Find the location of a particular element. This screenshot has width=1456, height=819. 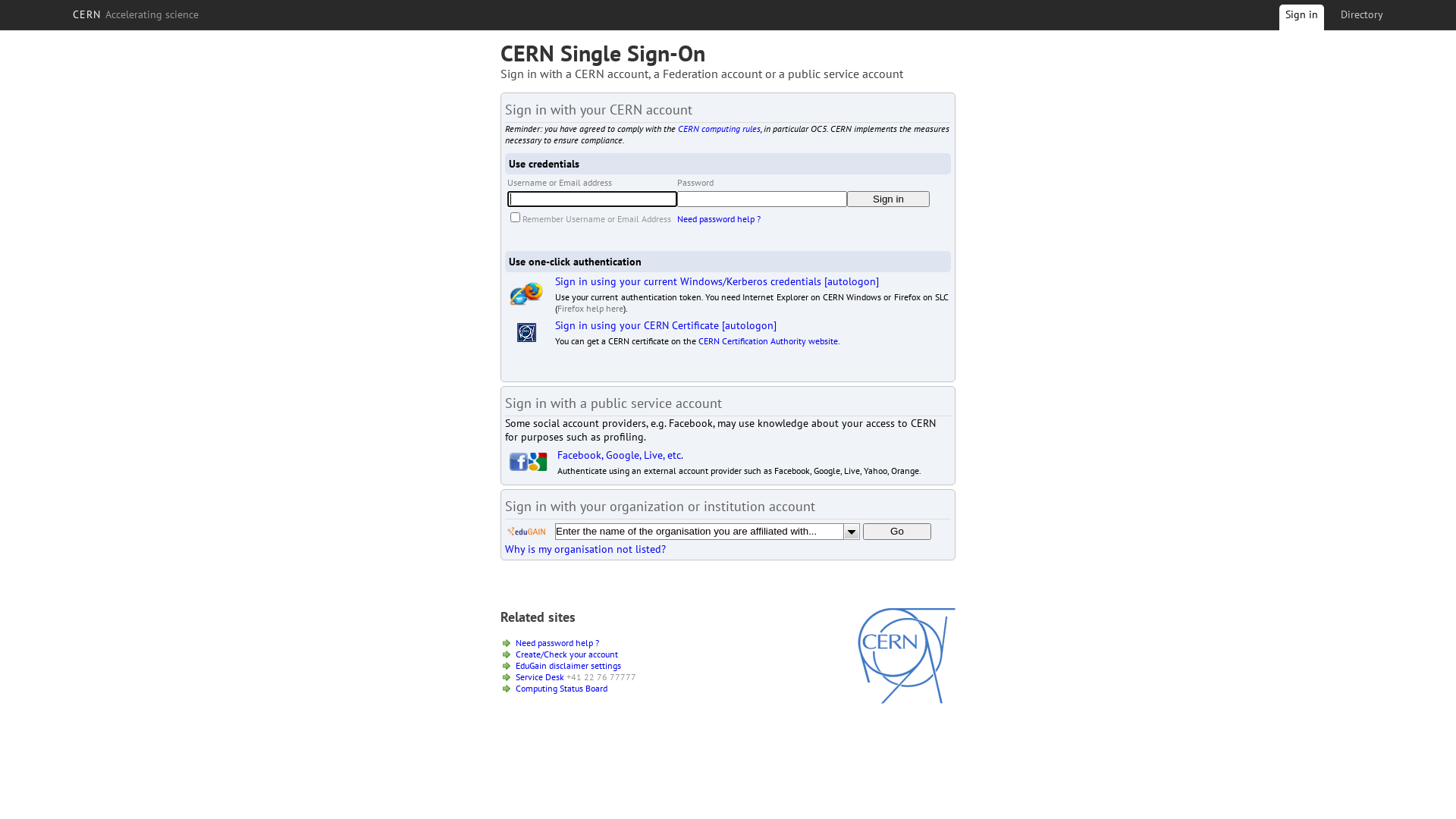

'Sign in' is located at coordinates (1301, 20).